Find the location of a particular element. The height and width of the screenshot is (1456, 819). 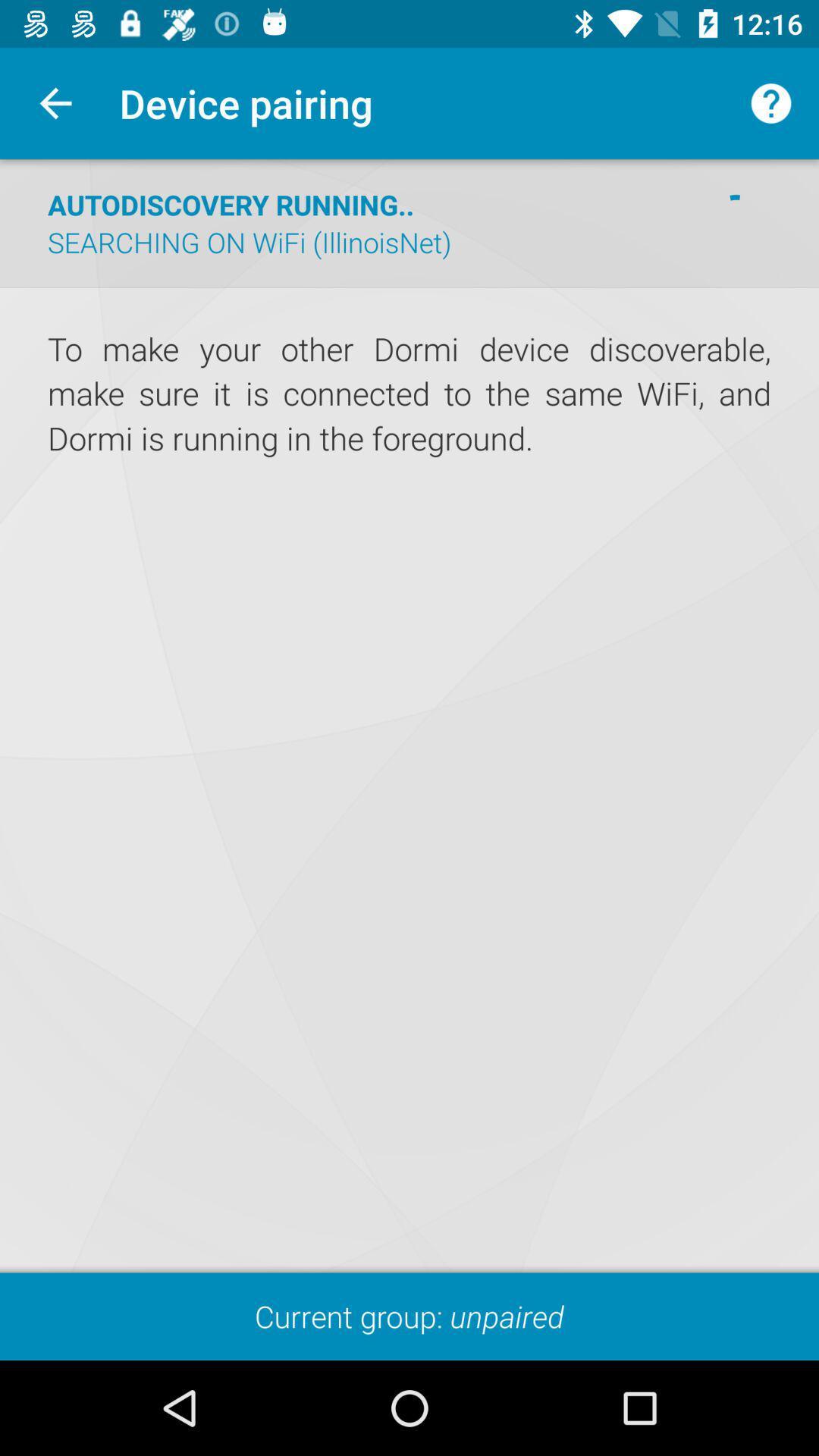

the item below the autodiscovery running.. item is located at coordinates (249, 241).